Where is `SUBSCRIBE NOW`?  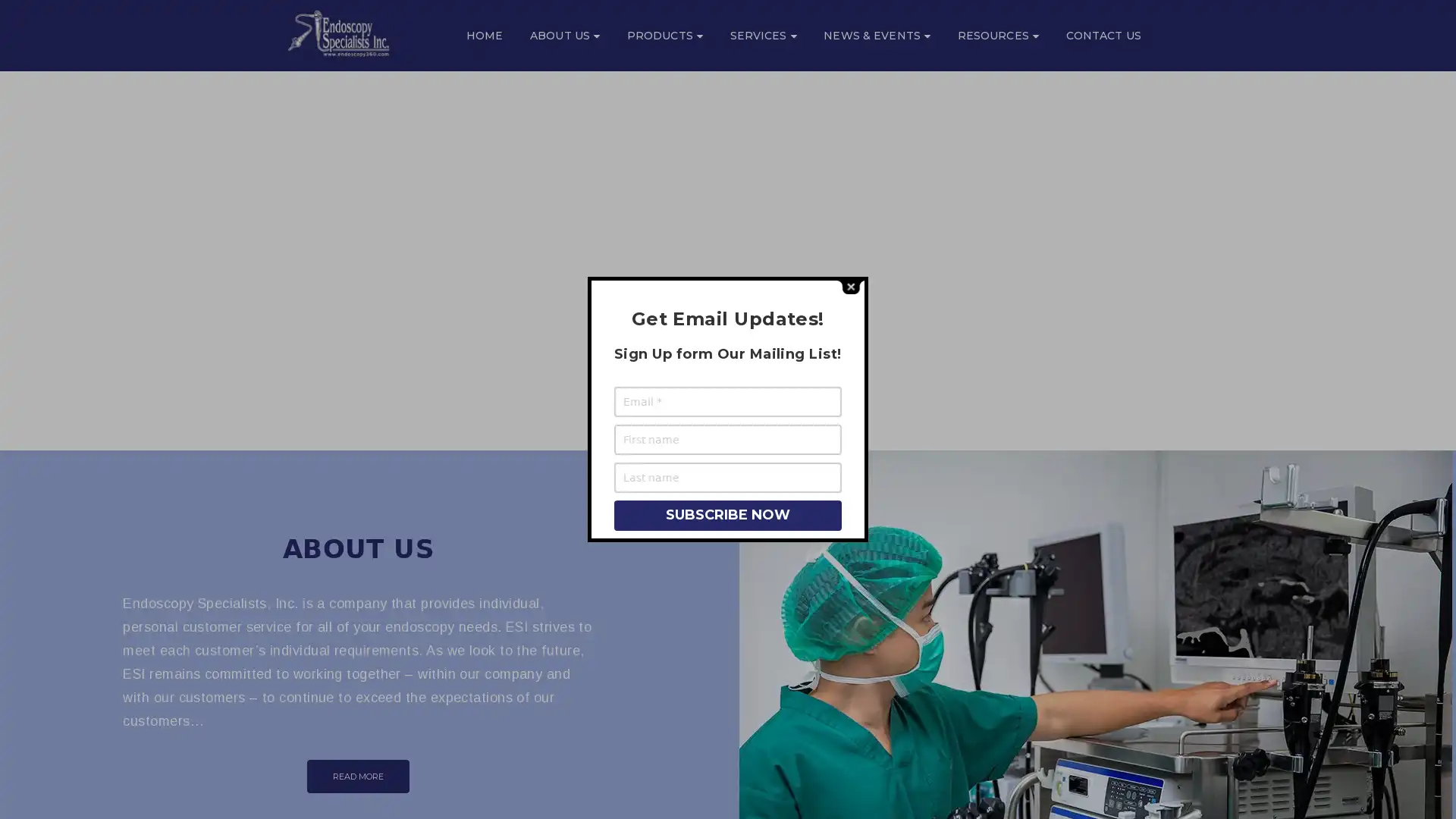 SUBSCRIBE NOW is located at coordinates (726, 513).